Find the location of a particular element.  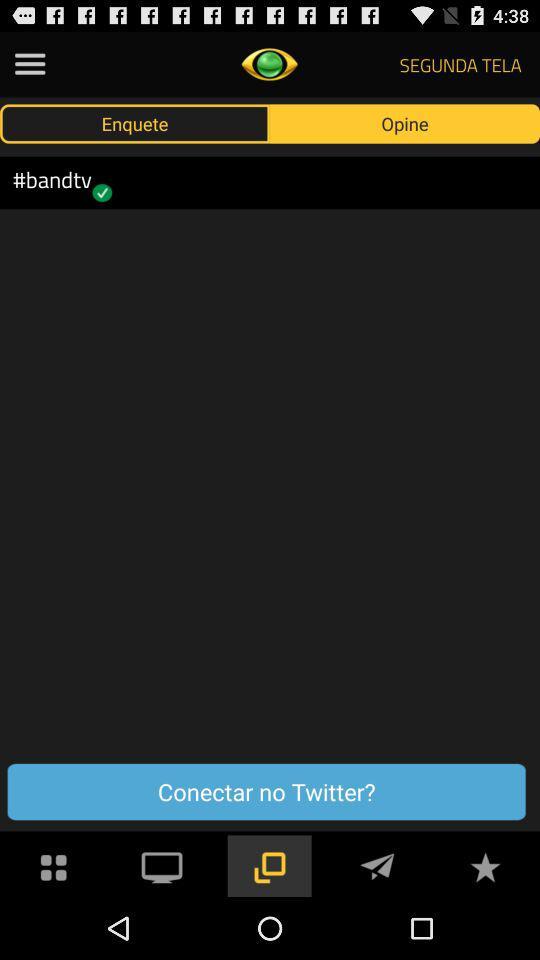

tap for menu is located at coordinates (54, 864).